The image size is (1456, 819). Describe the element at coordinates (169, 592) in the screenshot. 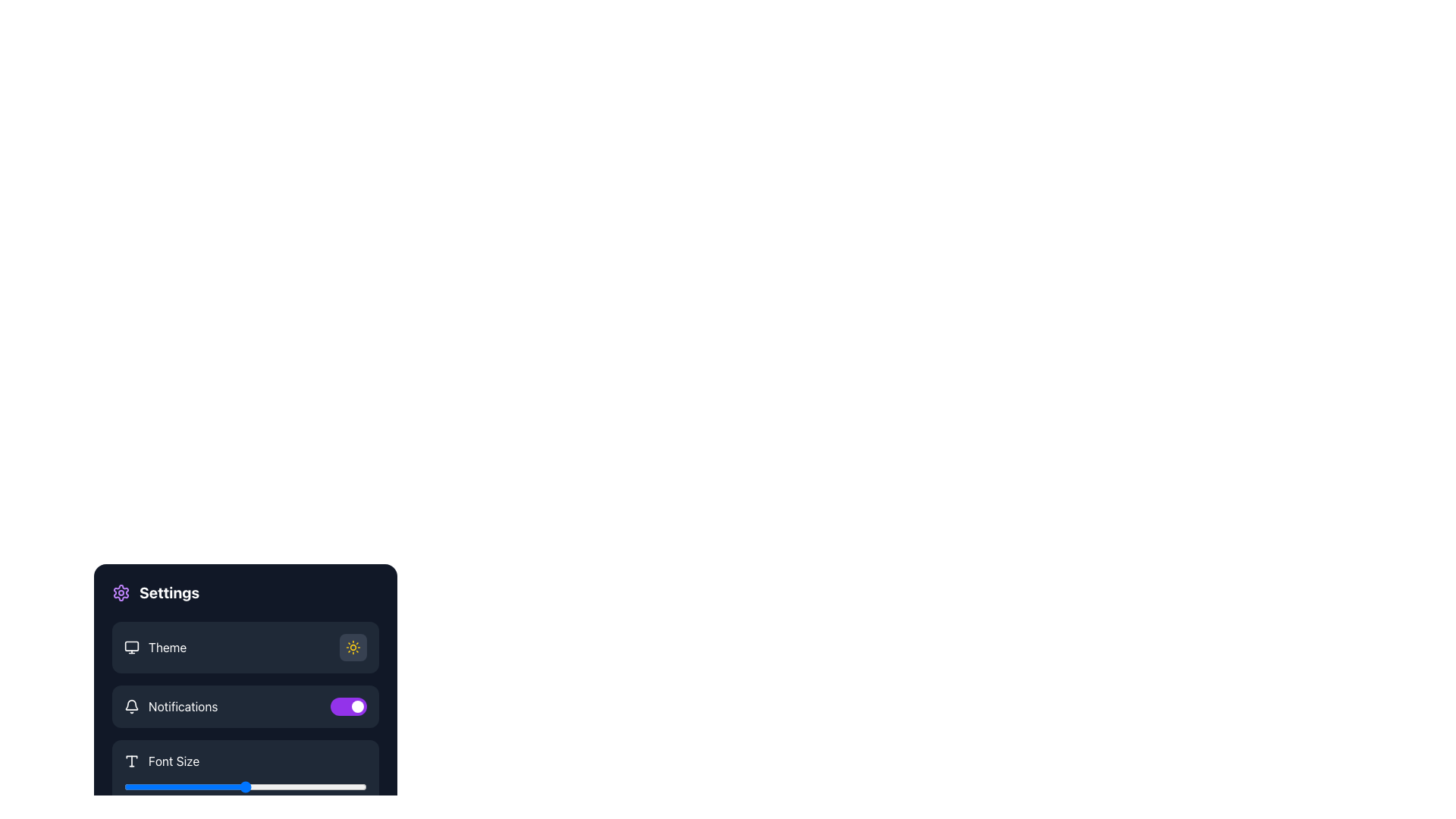

I see `the text label that serves as a header for the settings panel, indicating its purpose to users` at that location.